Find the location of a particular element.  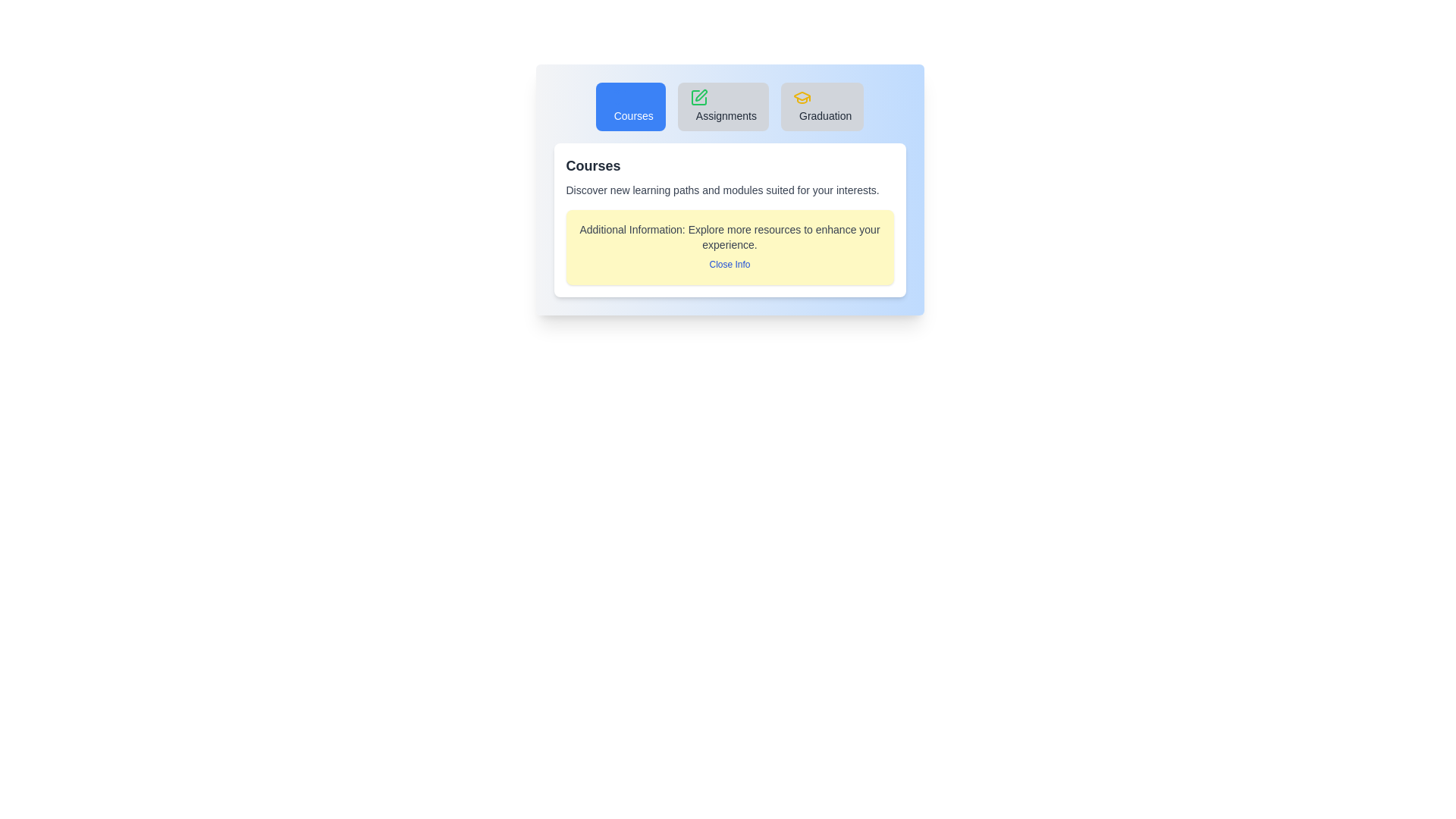

the Graduation tab by clicking its button is located at coordinates (821, 106).